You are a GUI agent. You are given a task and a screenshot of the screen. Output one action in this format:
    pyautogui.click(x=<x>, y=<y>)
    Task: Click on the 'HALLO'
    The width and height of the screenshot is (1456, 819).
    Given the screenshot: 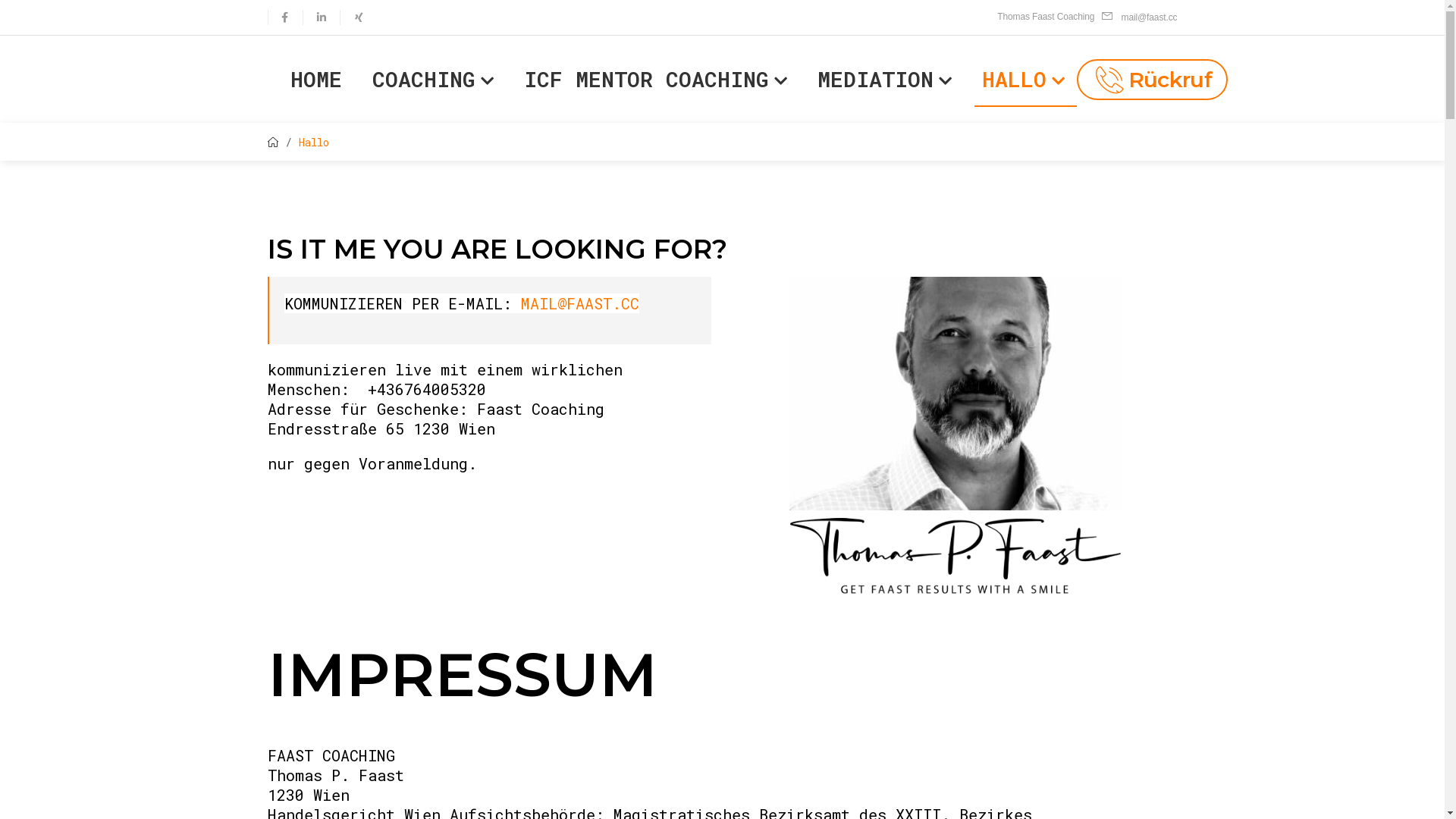 What is the action you would take?
    pyautogui.click(x=1025, y=79)
    